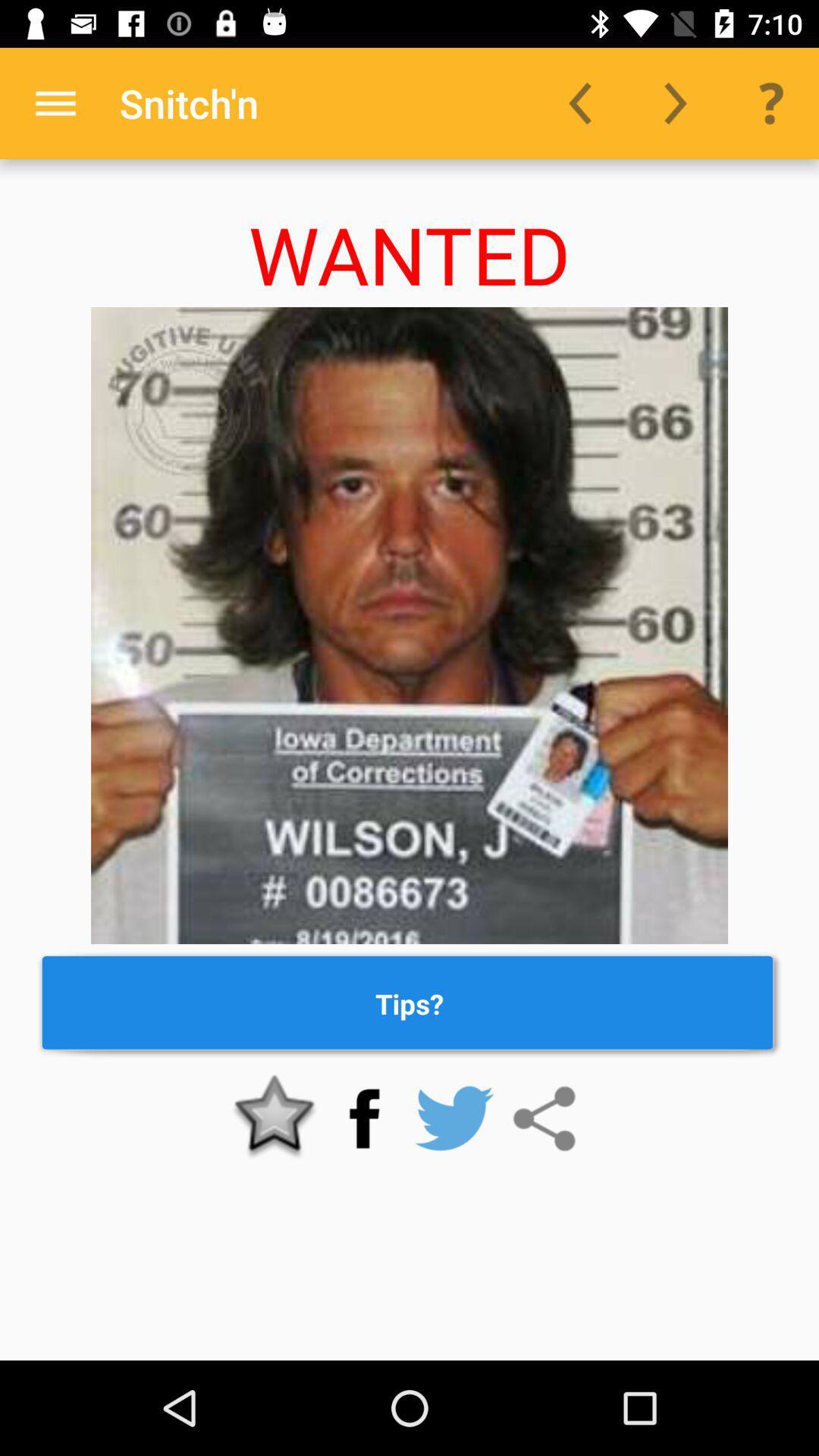 The width and height of the screenshot is (819, 1456). Describe the element at coordinates (364, 1119) in the screenshot. I see `share on facebook button` at that location.